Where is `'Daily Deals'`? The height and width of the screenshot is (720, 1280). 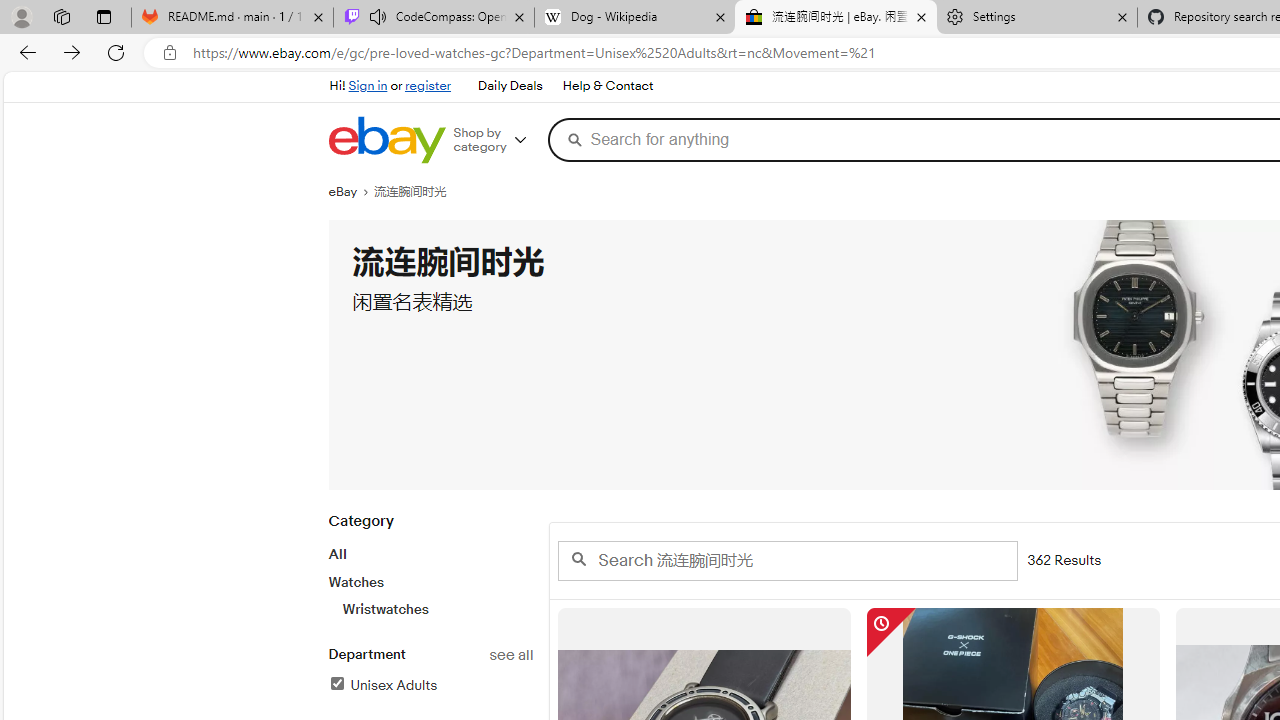
'Daily Deals' is located at coordinates (509, 85).